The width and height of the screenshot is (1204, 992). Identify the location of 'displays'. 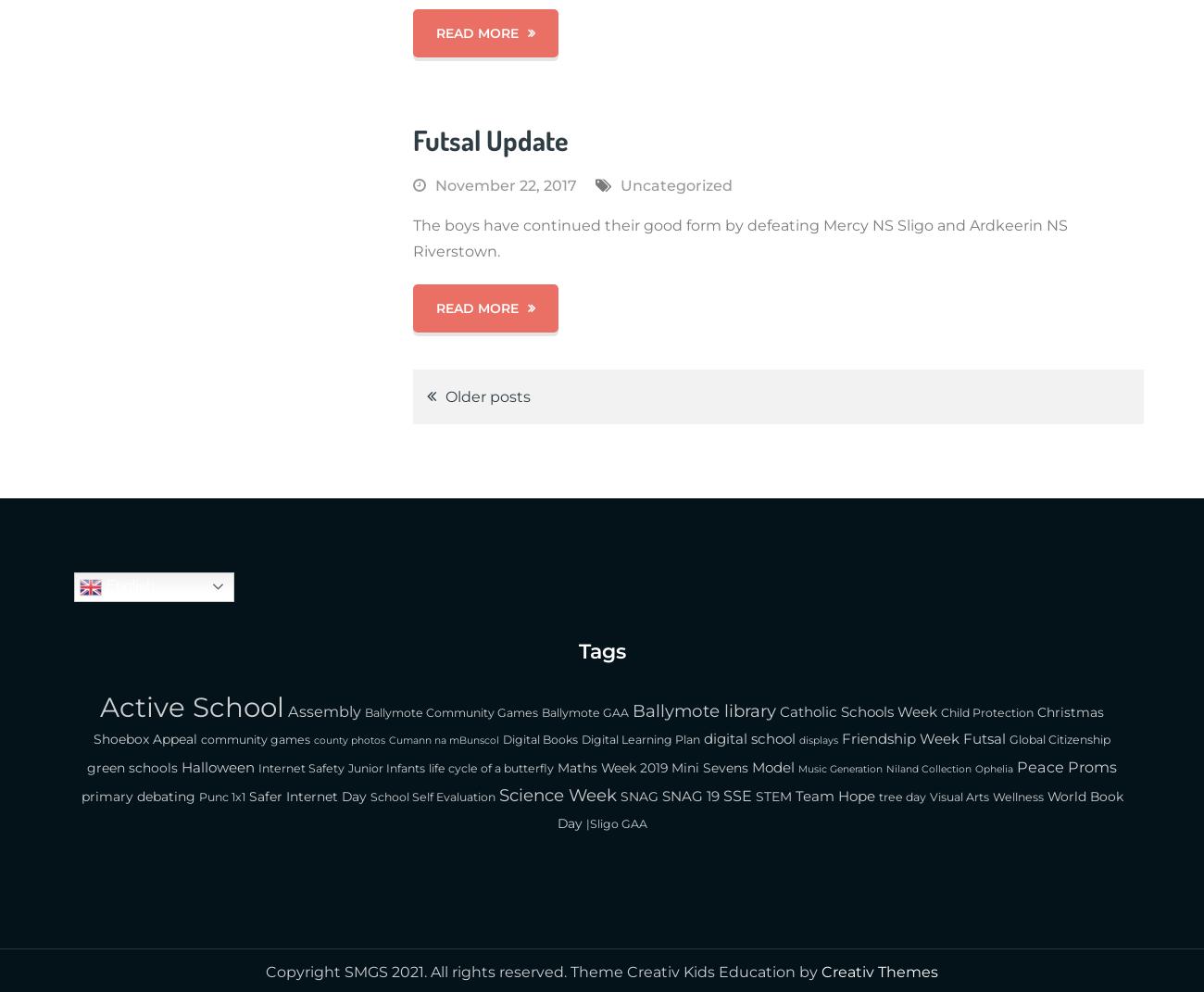
(818, 739).